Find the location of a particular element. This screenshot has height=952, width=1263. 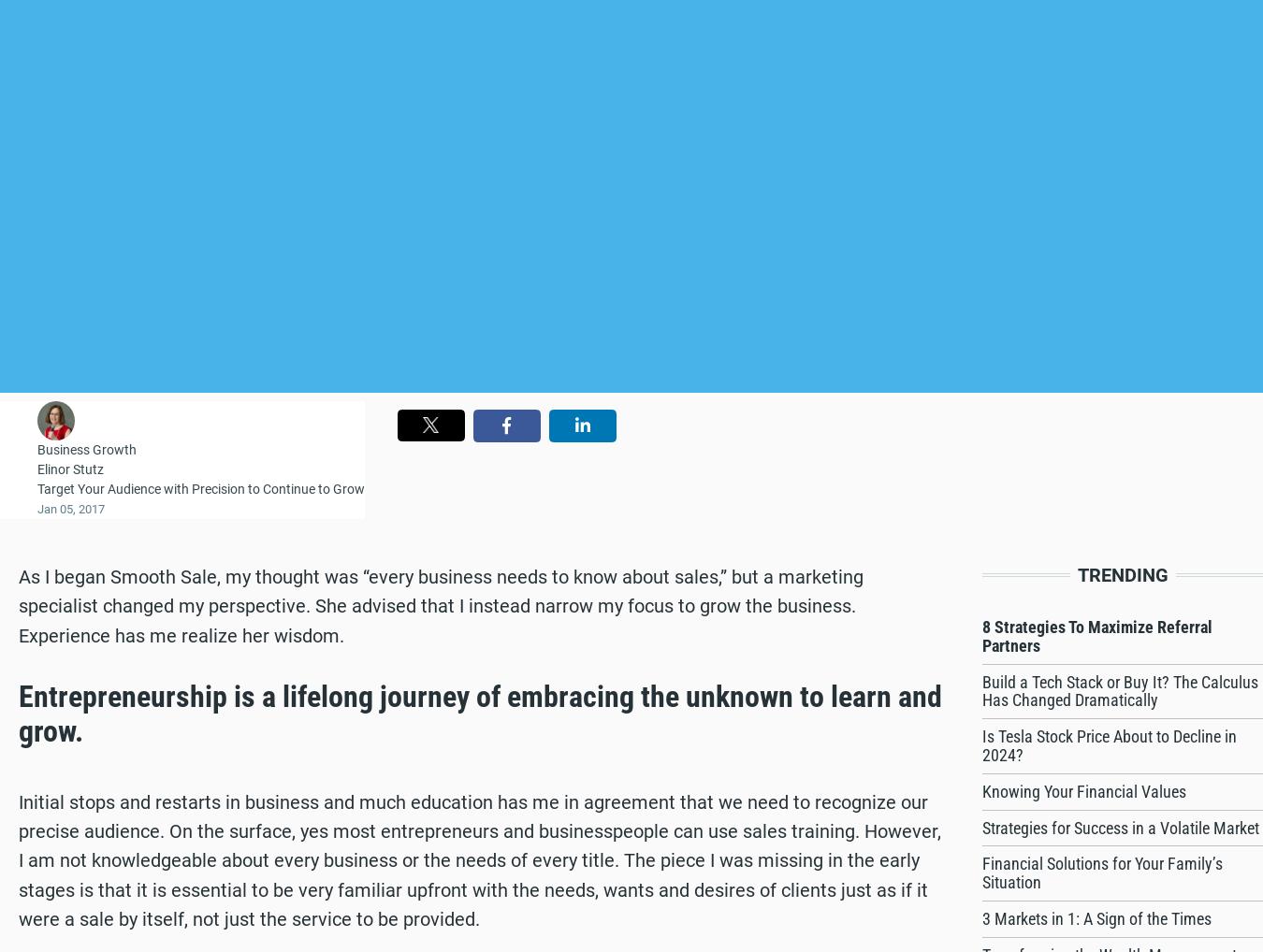

'Jan 05, 2017' is located at coordinates (70, 507).